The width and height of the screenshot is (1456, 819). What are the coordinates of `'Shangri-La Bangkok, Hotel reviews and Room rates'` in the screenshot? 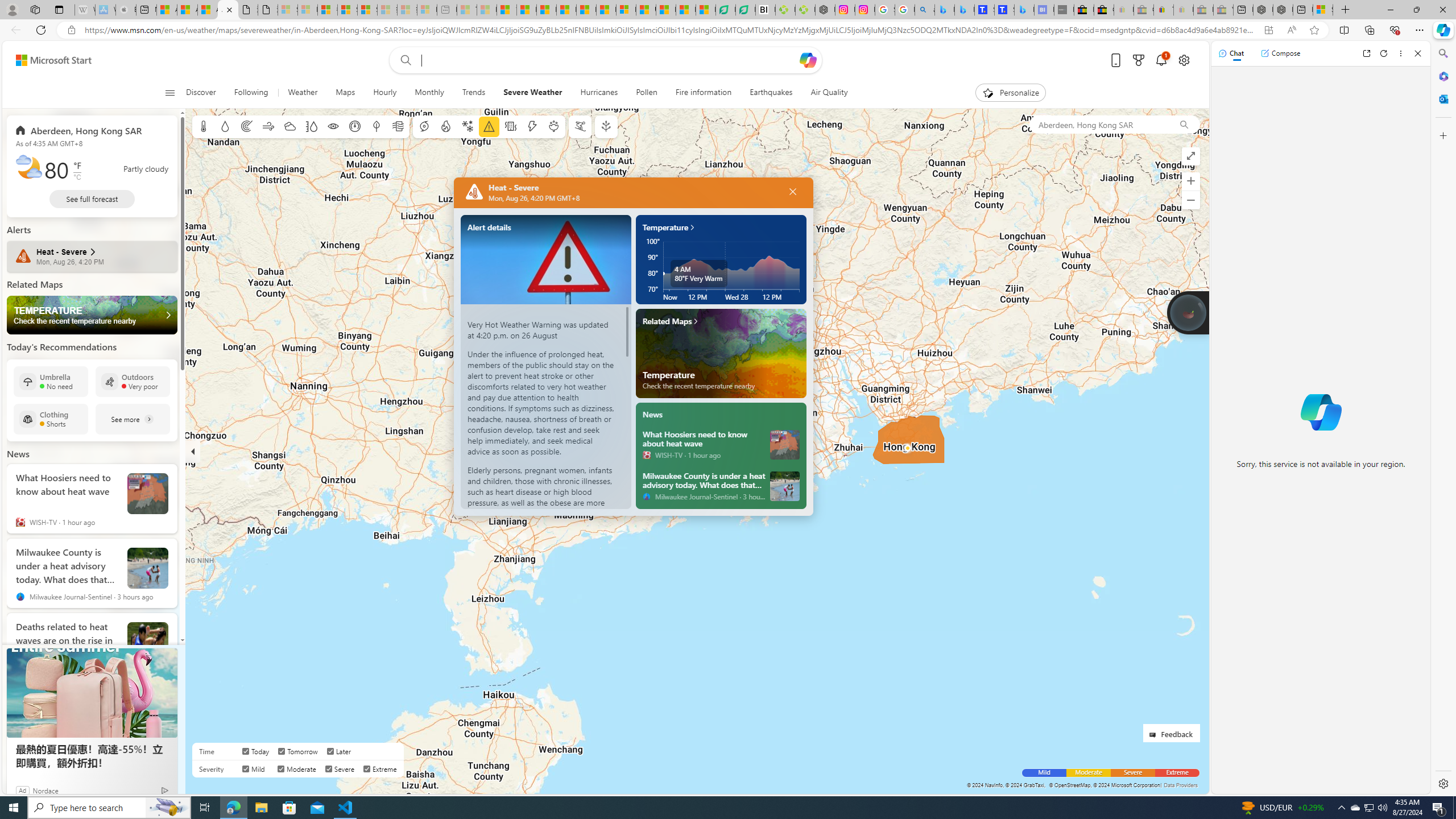 It's located at (1004, 9).